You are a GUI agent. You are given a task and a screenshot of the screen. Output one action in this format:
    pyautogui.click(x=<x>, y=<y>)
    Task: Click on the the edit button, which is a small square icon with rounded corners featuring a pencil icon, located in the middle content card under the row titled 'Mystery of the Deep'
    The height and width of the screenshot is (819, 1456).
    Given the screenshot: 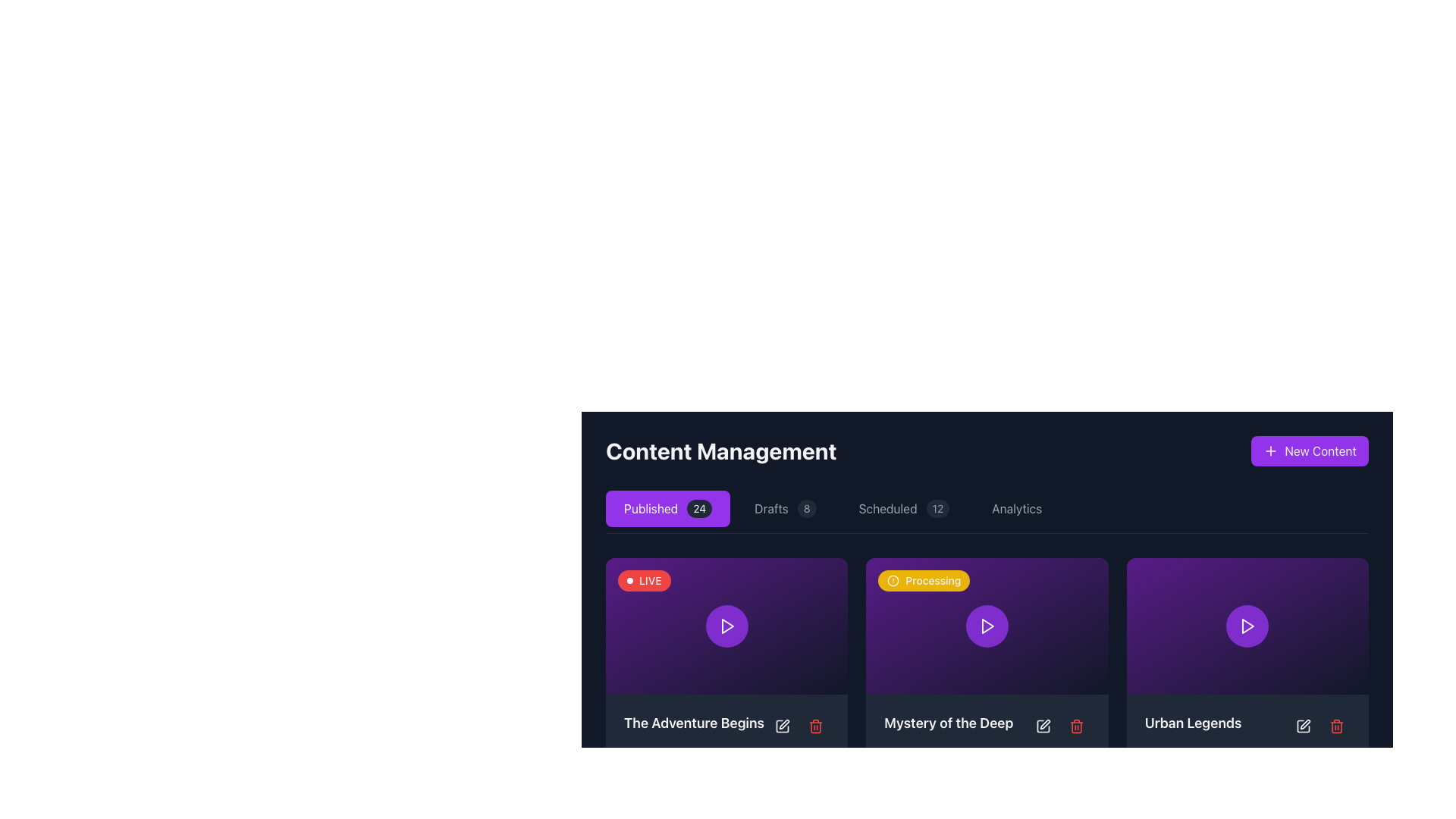 What is the action you would take?
    pyautogui.click(x=1042, y=725)
    